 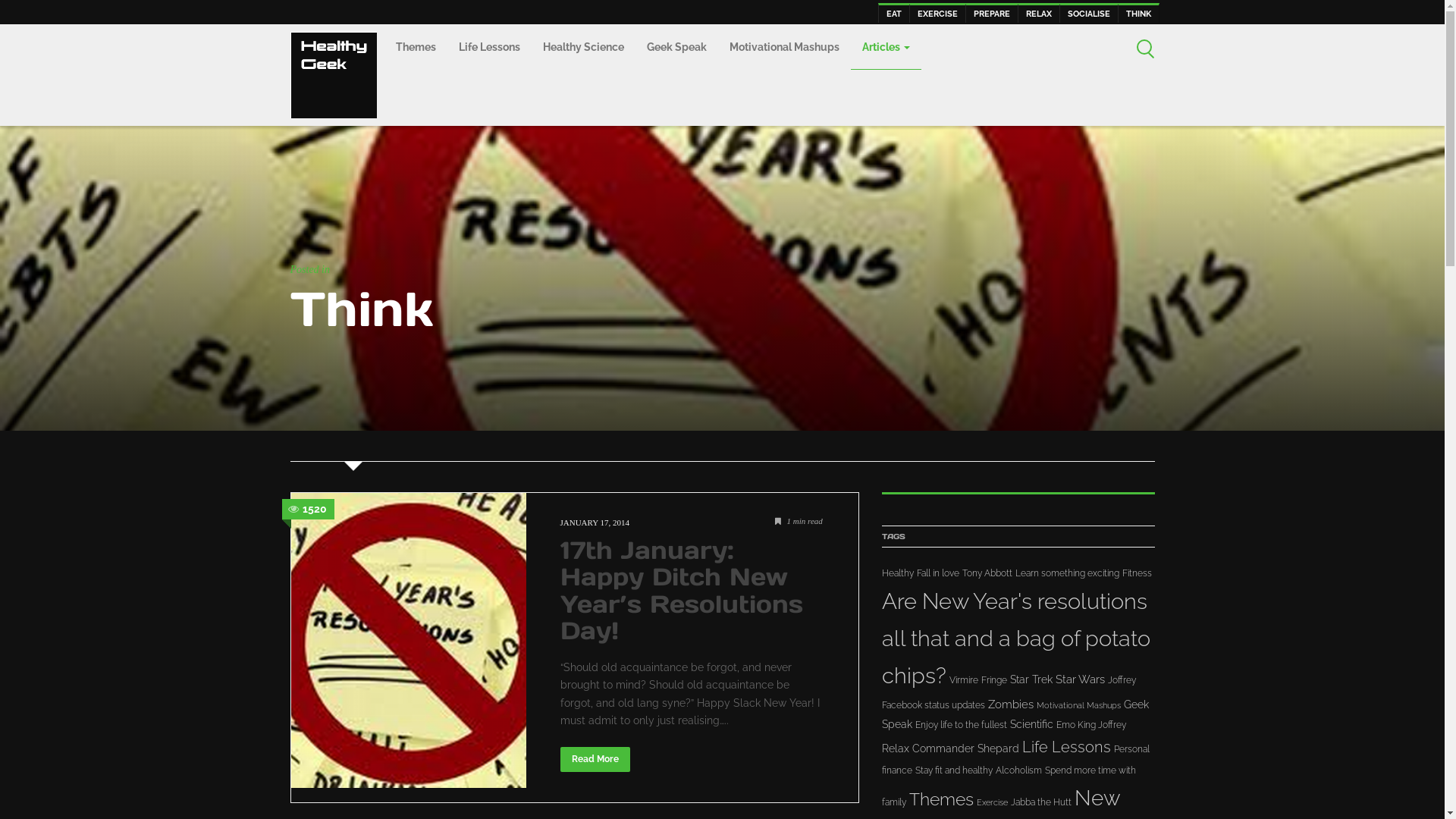 I want to click on 'Read More', so click(x=559, y=759).